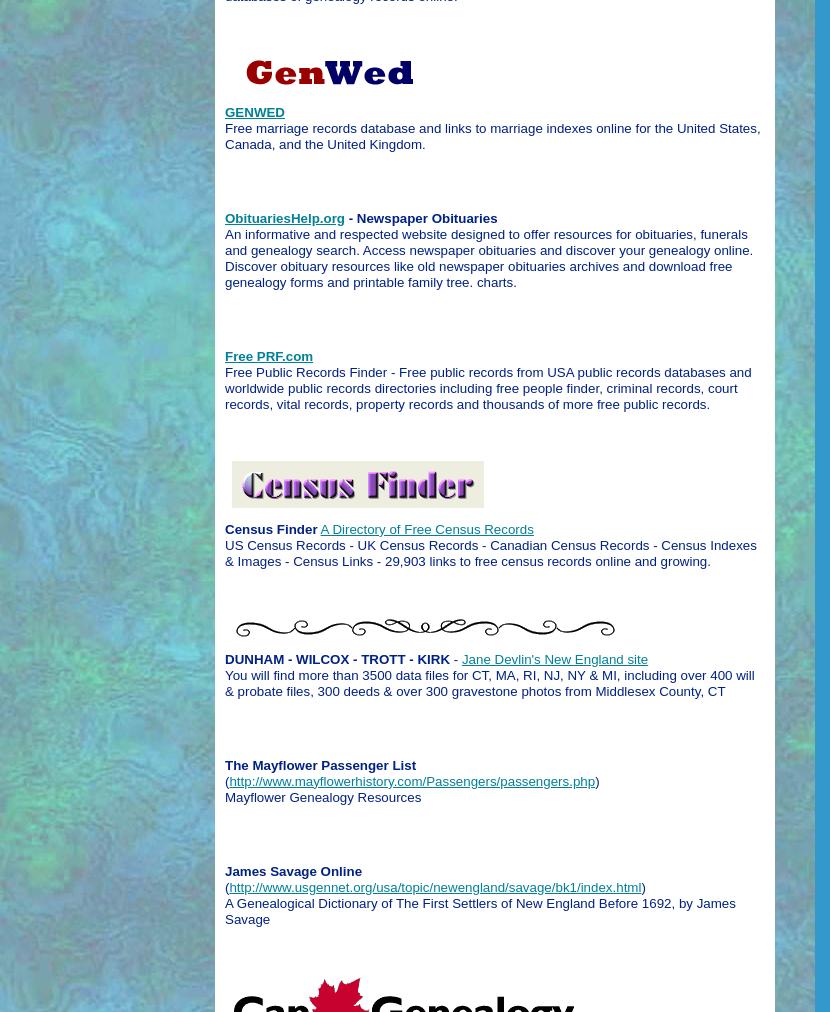  Describe the element at coordinates (224, 256) in the screenshot. I see `'An informative and respected website designed  to offer resources for obituaries, funerals and genealogy search. Access newspaper obituaries and discover your genealogy online. Discover obituary resources like old newspaper obituaries archives and download free genealogy forms and printable family tree.
charts.'` at that location.